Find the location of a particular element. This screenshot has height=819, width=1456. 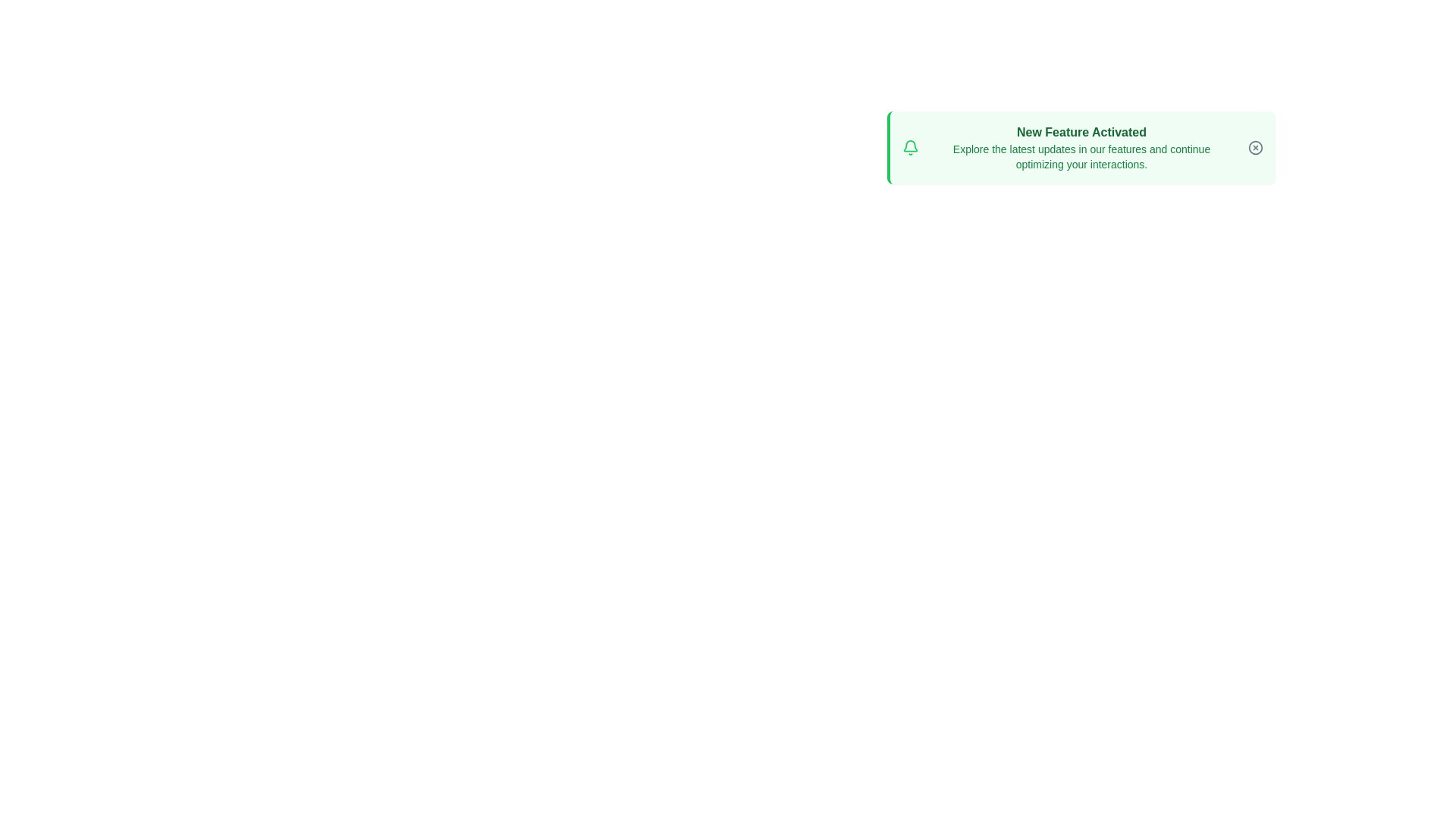

the informational text block that provides content about recent updates, located below the 'New Feature Activated' heading within the notification card is located at coordinates (1081, 157).